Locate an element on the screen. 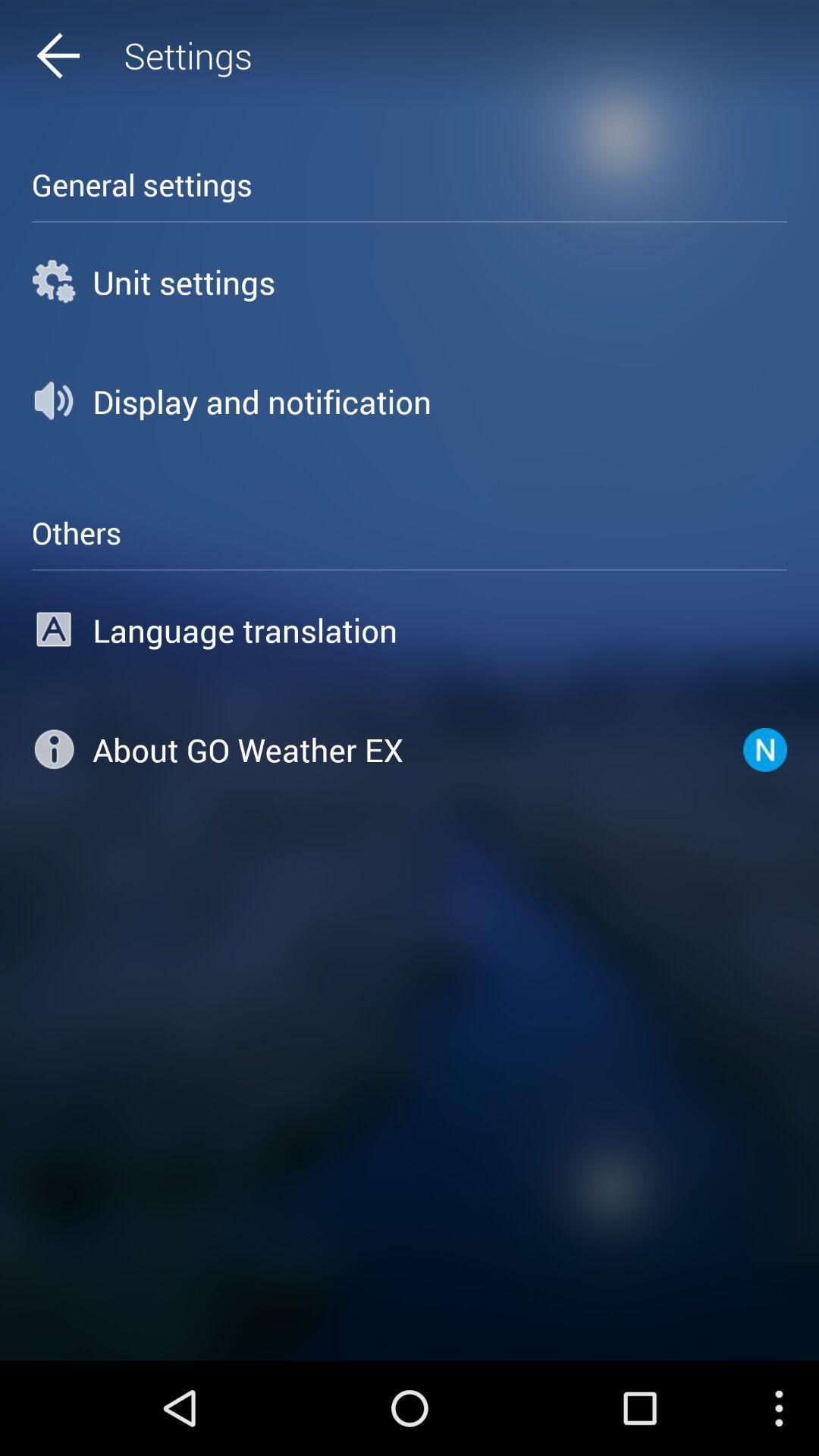 This screenshot has width=819, height=1456. unit settings icon is located at coordinates (409, 281).